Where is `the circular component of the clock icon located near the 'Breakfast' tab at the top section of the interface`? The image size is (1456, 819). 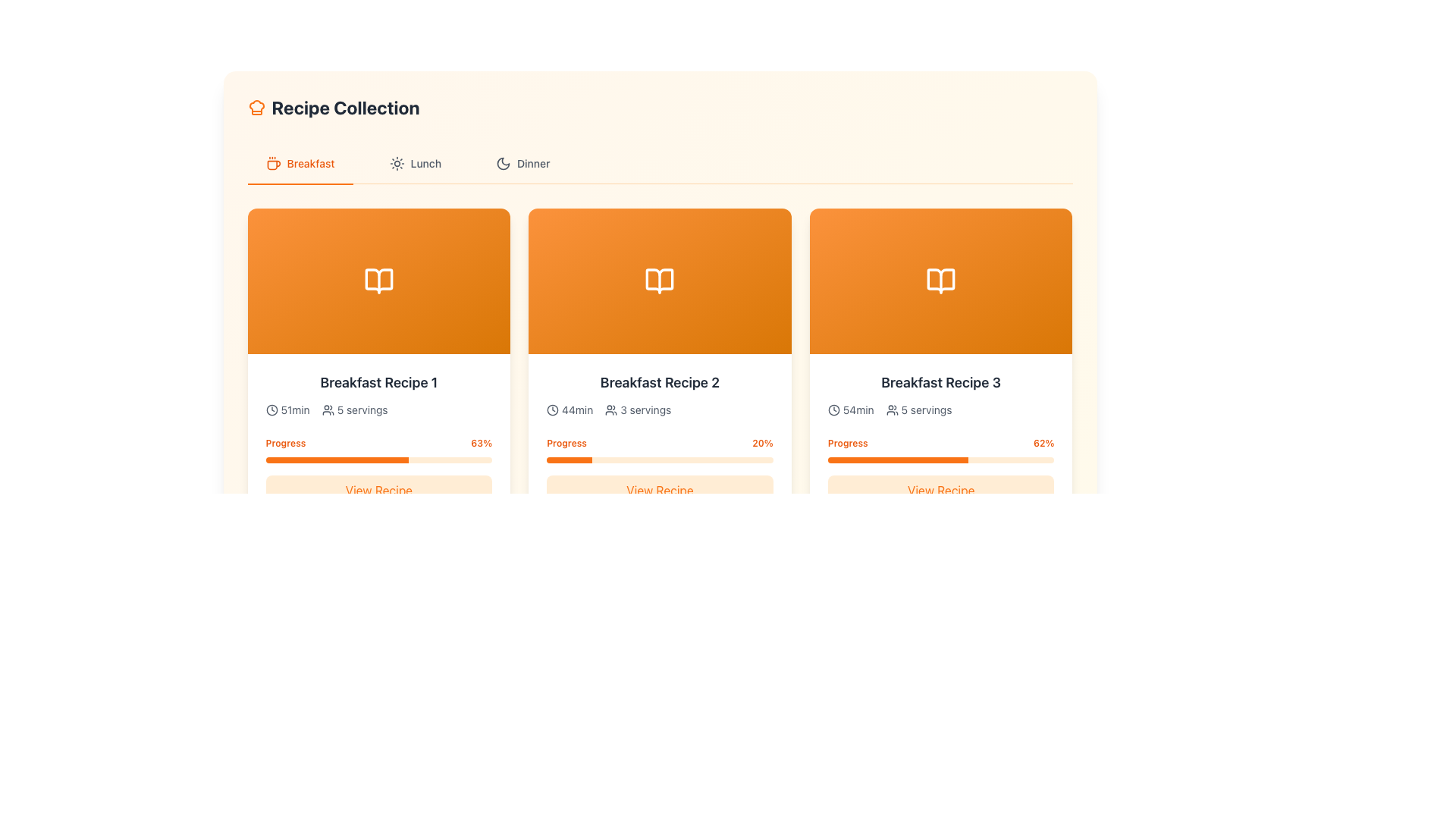 the circular component of the clock icon located near the 'Breakfast' tab at the top section of the interface is located at coordinates (833, 409).